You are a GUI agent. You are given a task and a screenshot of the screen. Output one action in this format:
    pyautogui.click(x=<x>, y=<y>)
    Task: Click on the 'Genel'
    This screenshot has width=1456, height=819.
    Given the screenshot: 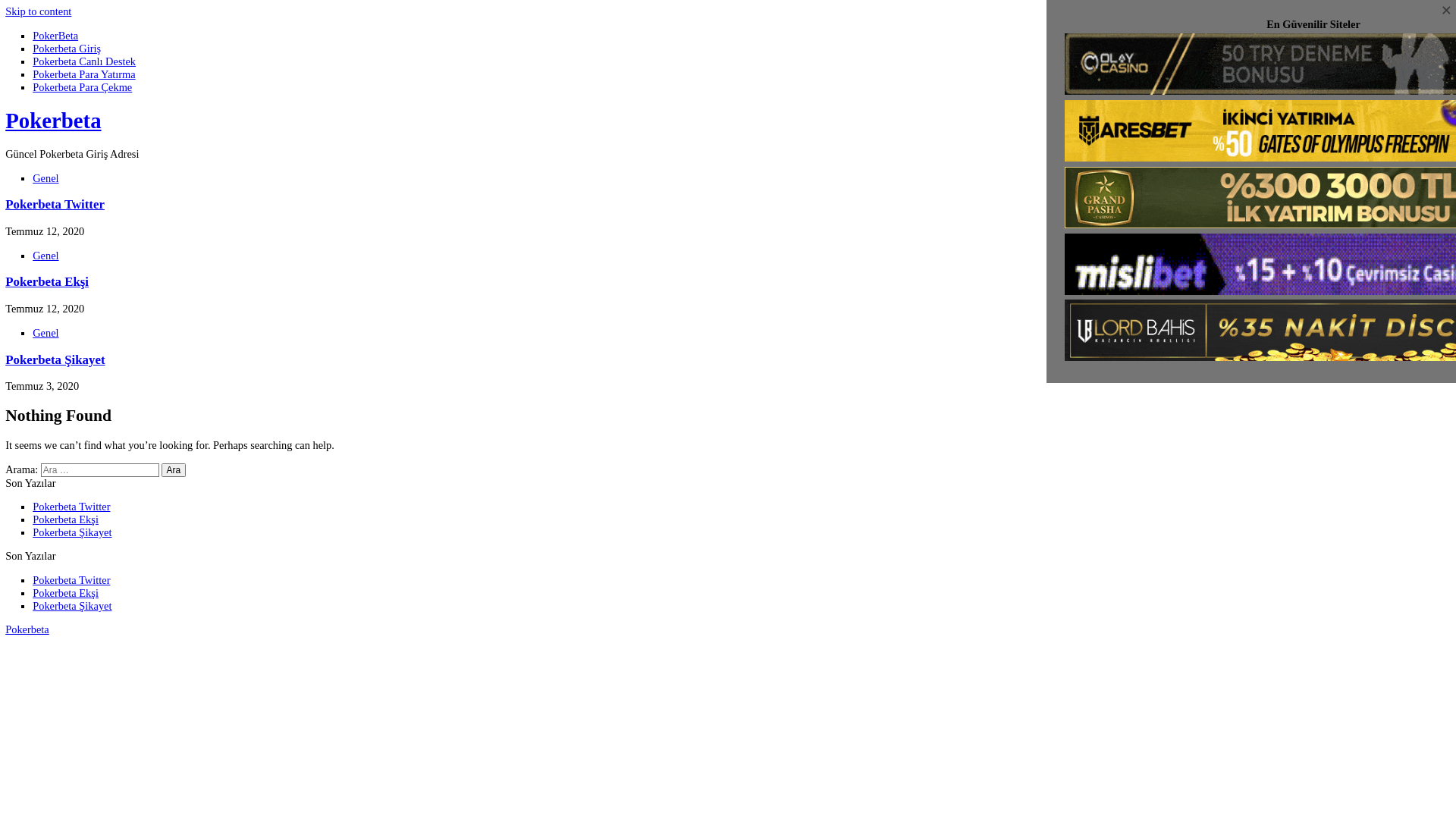 What is the action you would take?
    pyautogui.click(x=51, y=284)
    